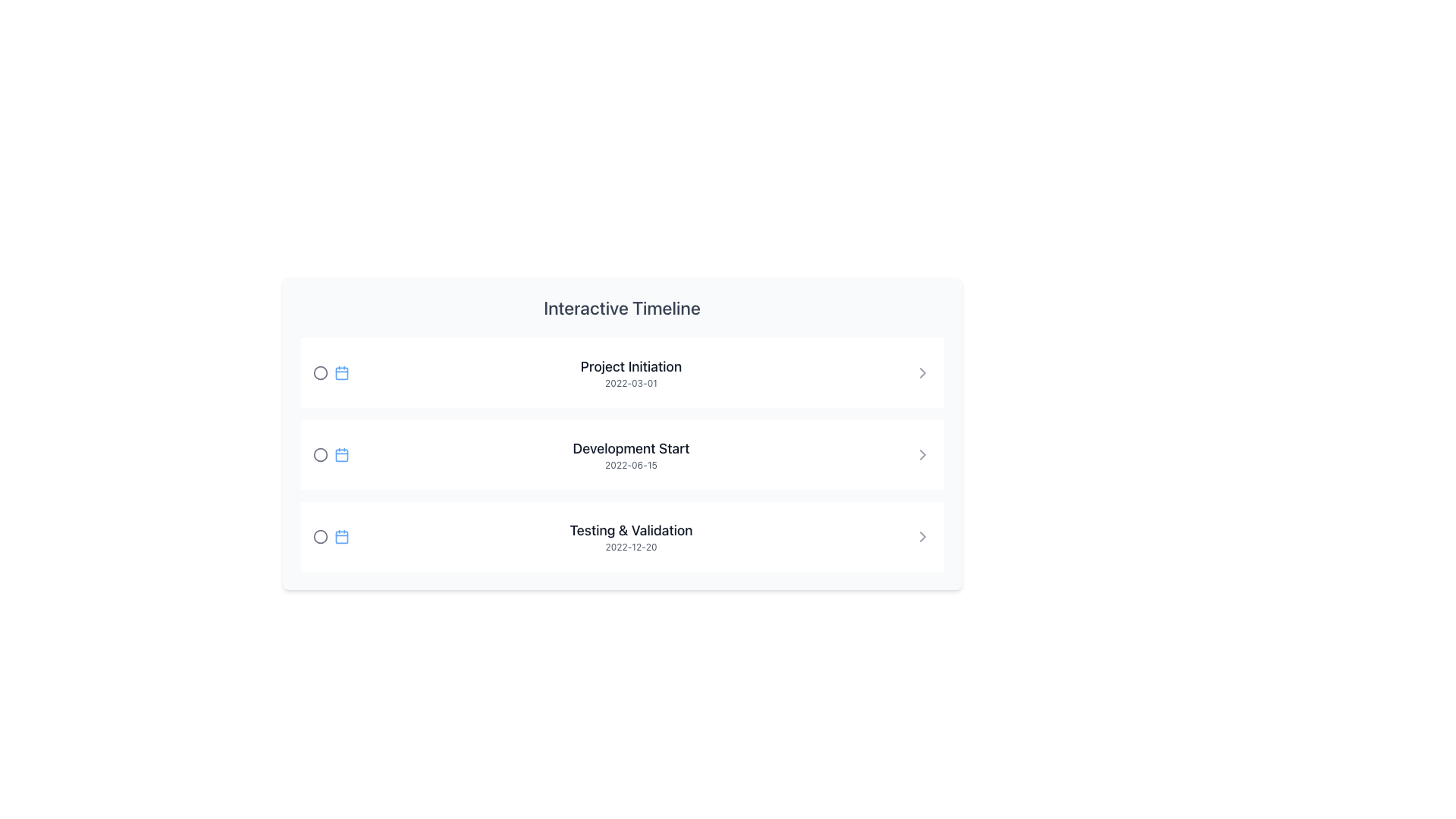 The width and height of the screenshot is (1456, 819). What do you see at coordinates (340, 373) in the screenshot?
I see `decorative square element, which is a rounded square icon within the first calendar icon on the left side of the 'Project Initiation' timeline entry` at bounding box center [340, 373].